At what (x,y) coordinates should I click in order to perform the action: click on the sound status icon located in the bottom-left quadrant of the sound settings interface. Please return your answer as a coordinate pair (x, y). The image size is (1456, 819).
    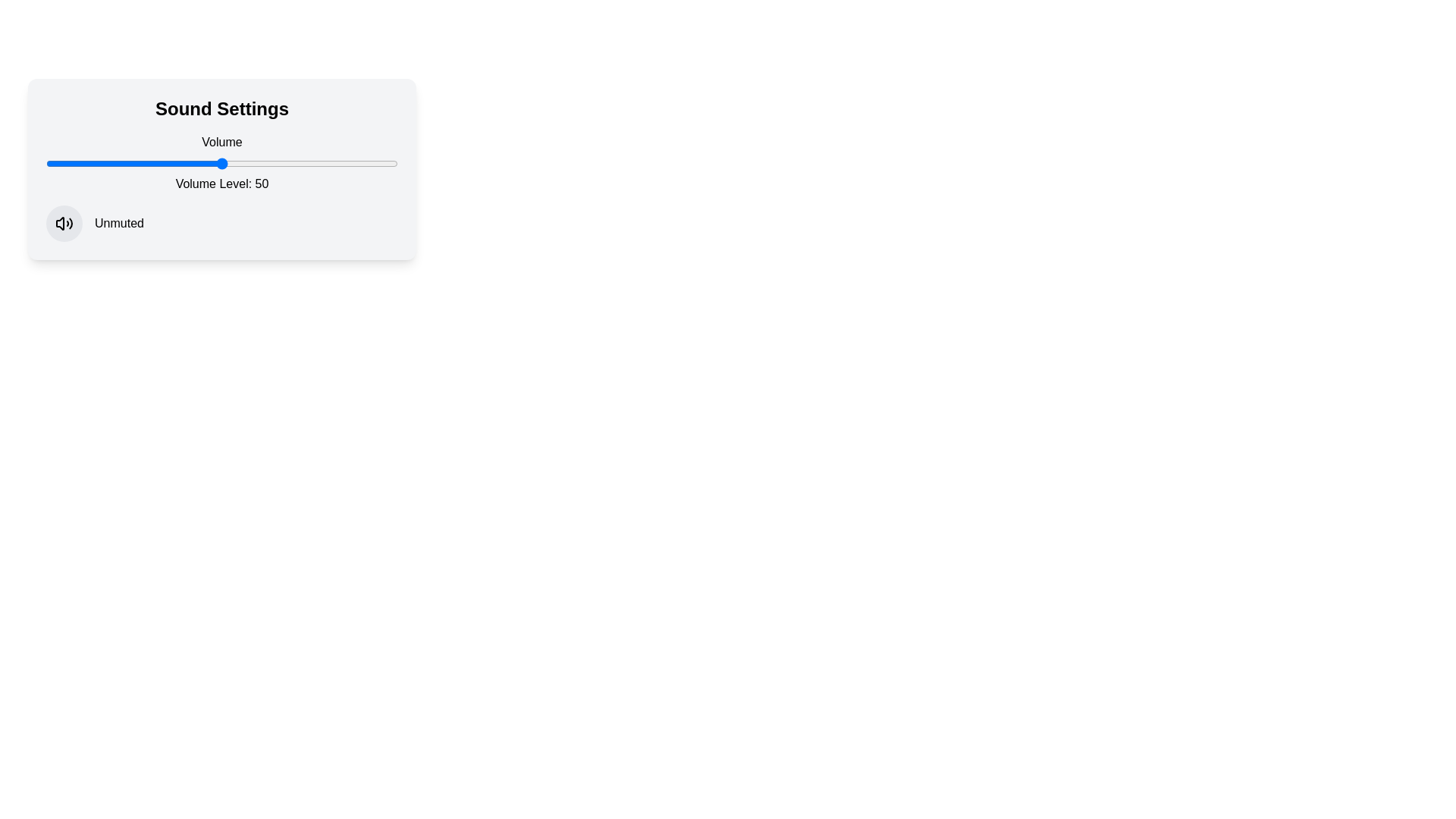
    Looking at the image, I should click on (64, 223).